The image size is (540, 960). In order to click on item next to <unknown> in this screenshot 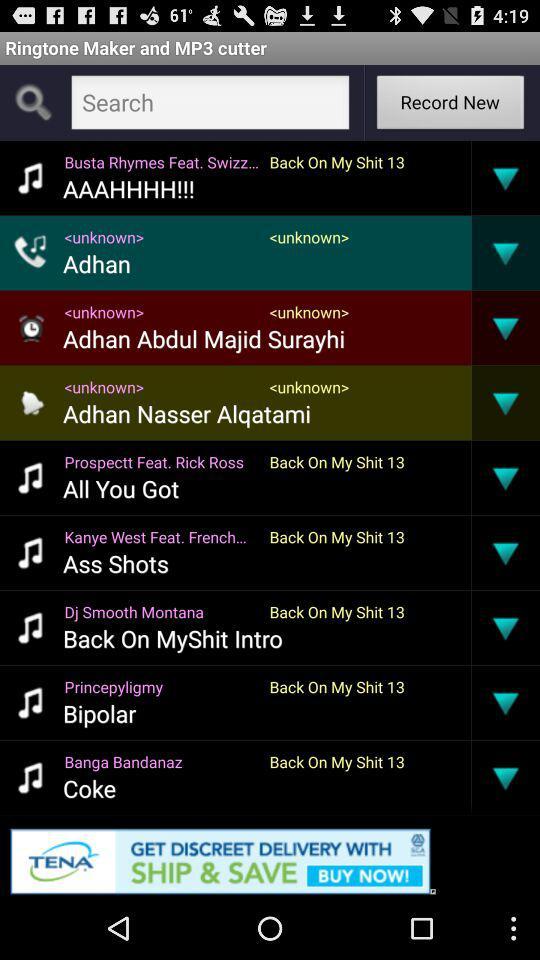, I will do `click(471, 327)`.